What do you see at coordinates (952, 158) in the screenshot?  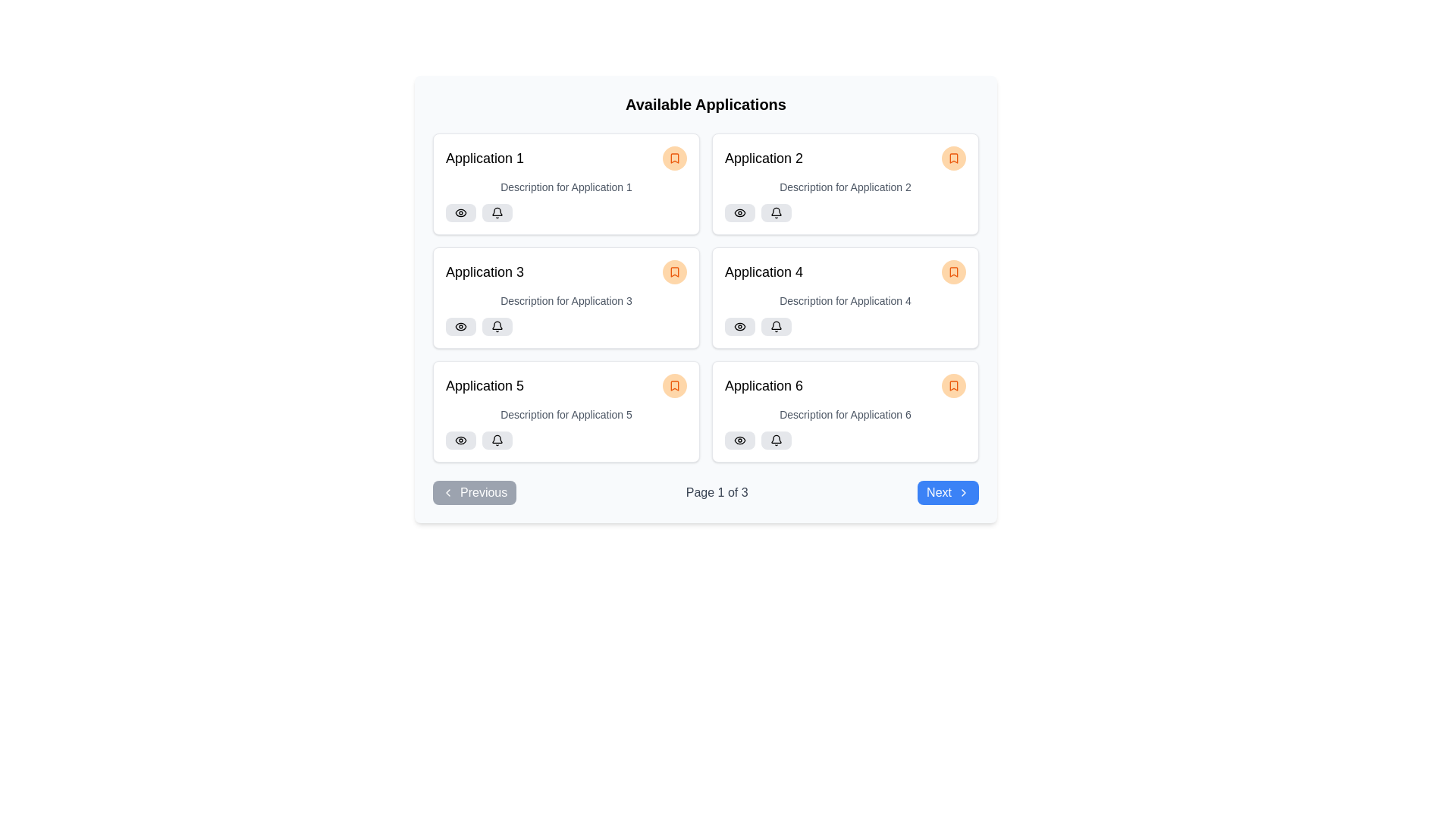 I see `the circular button with an orange background and a bookmark icon, located in the top-right region of the 'Application 2' card` at bounding box center [952, 158].